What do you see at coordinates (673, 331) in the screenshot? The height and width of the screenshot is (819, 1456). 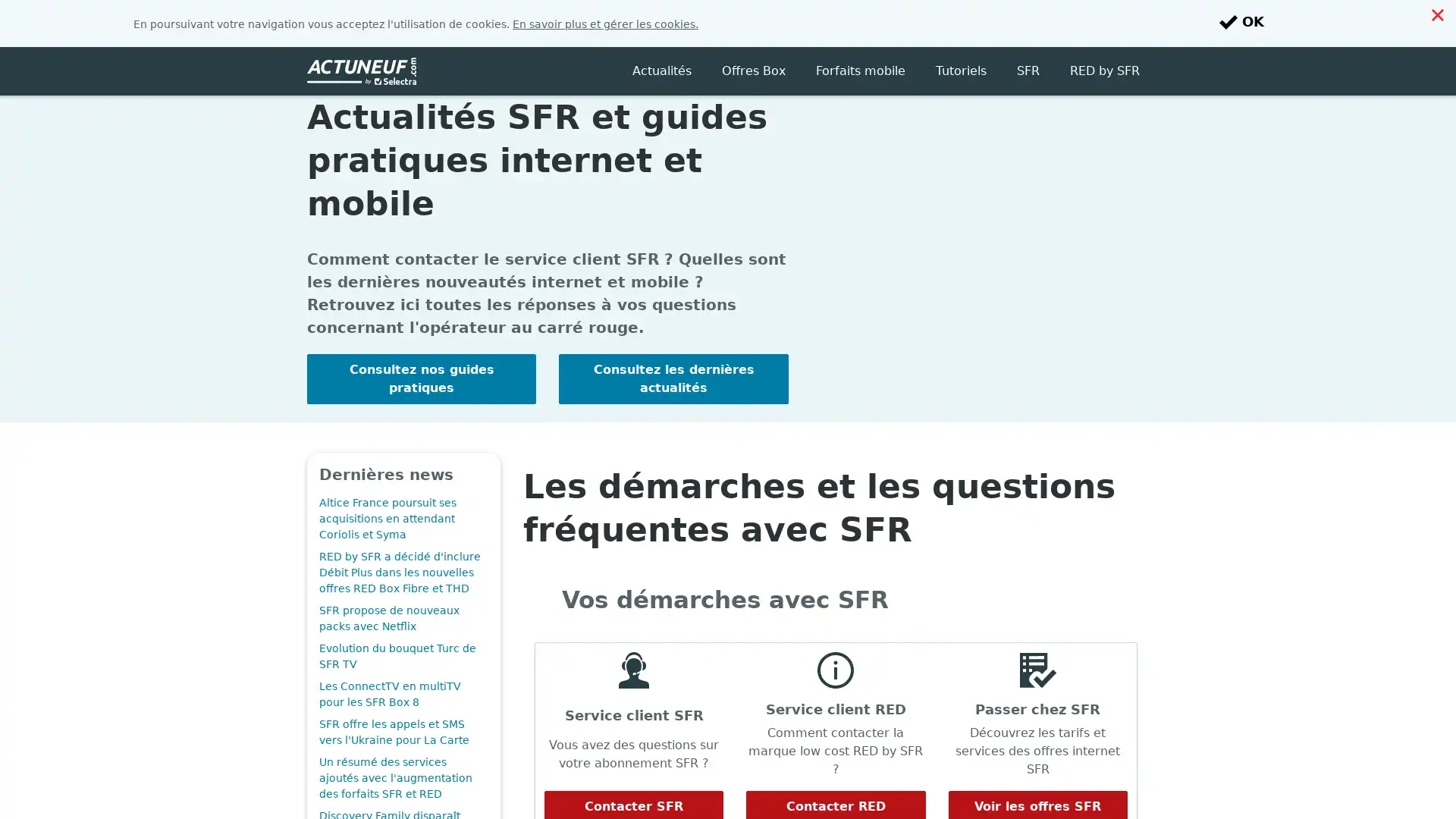 I see `Consultez les dernieres actualites` at bounding box center [673, 331].